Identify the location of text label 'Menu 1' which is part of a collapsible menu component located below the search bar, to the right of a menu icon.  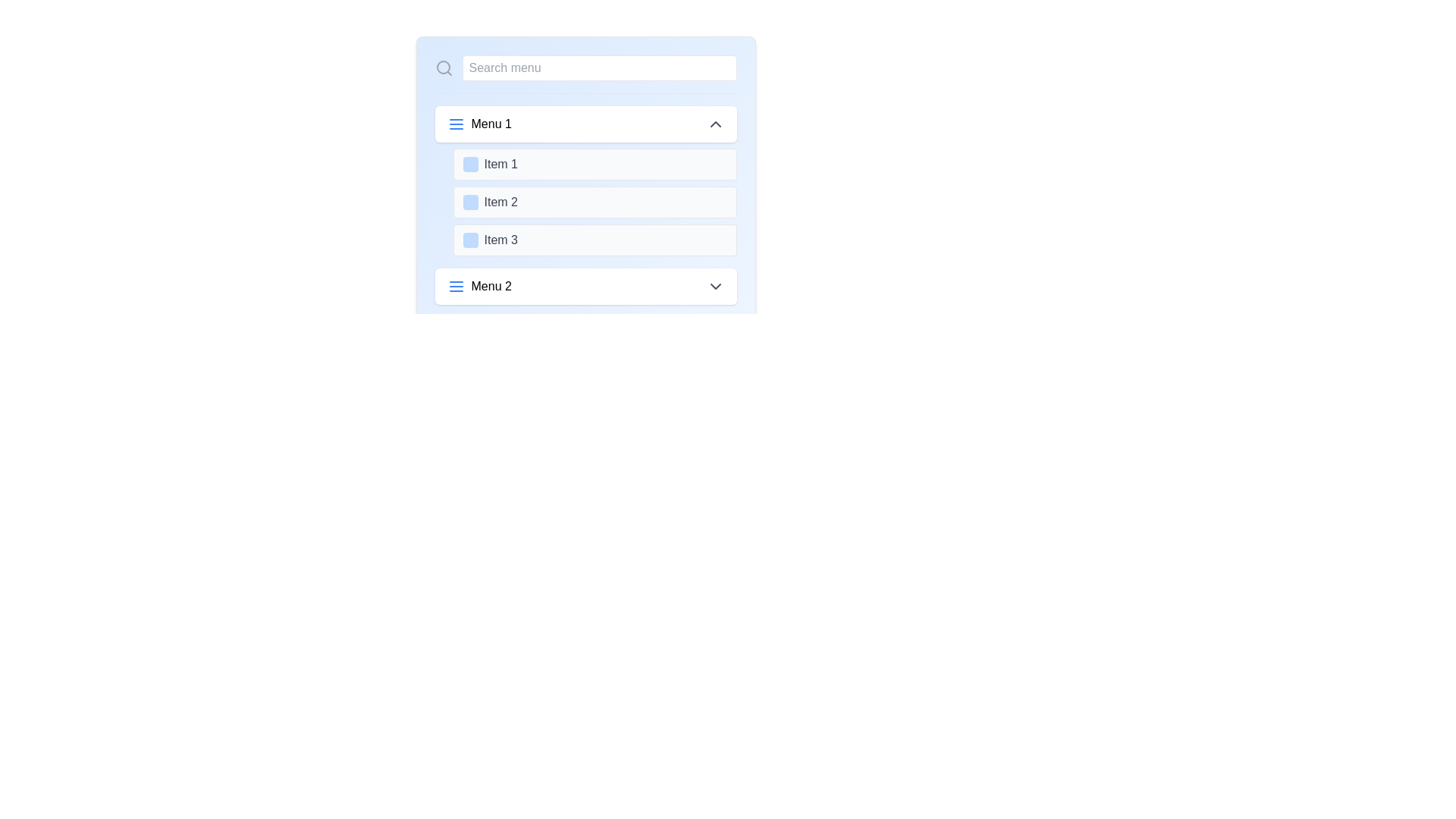
(491, 124).